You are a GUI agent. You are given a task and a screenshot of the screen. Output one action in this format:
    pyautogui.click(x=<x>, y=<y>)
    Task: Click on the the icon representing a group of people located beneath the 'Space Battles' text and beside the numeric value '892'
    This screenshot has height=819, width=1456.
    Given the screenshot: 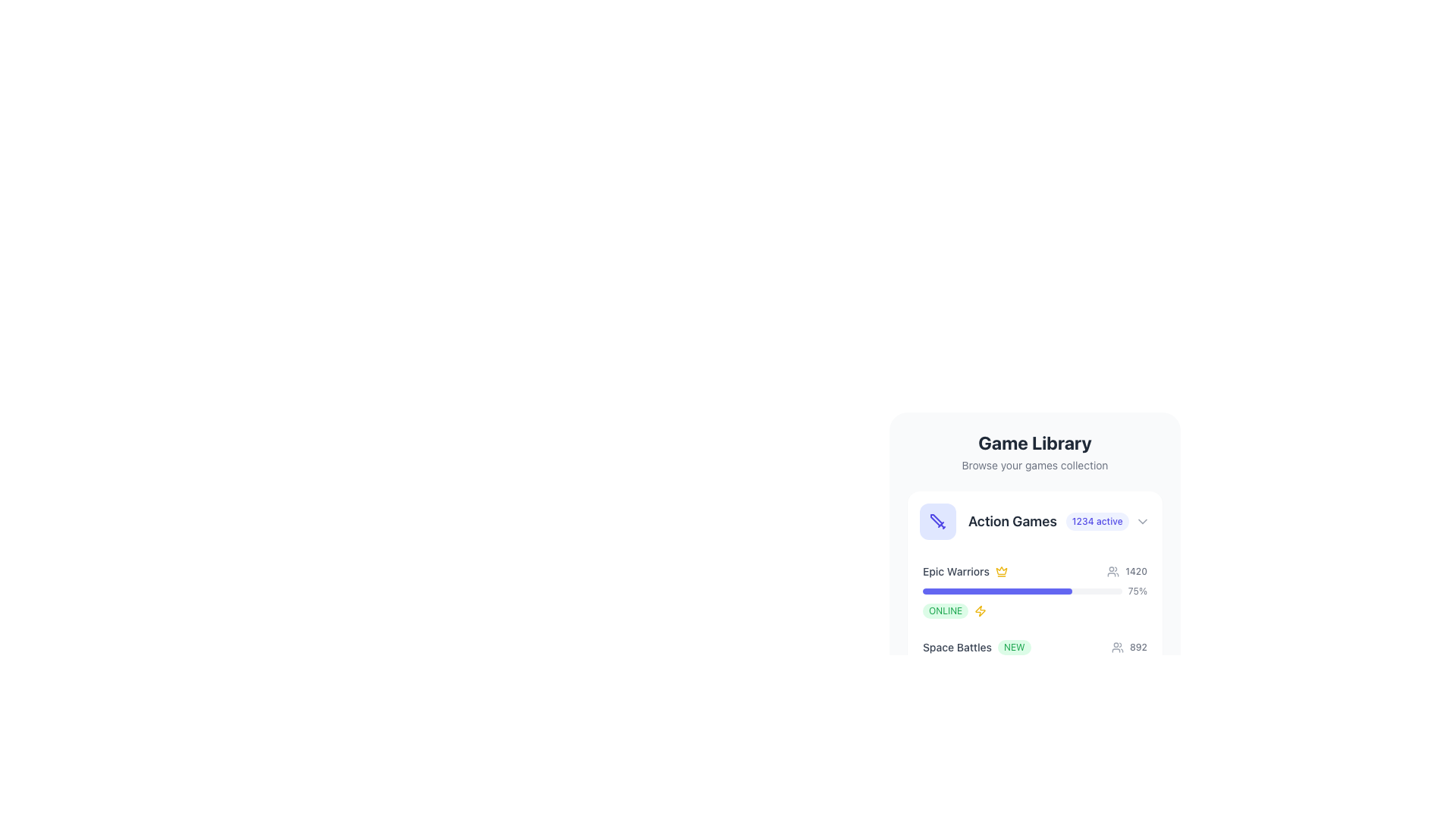 What is the action you would take?
    pyautogui.click(x=1117, y=647)
    